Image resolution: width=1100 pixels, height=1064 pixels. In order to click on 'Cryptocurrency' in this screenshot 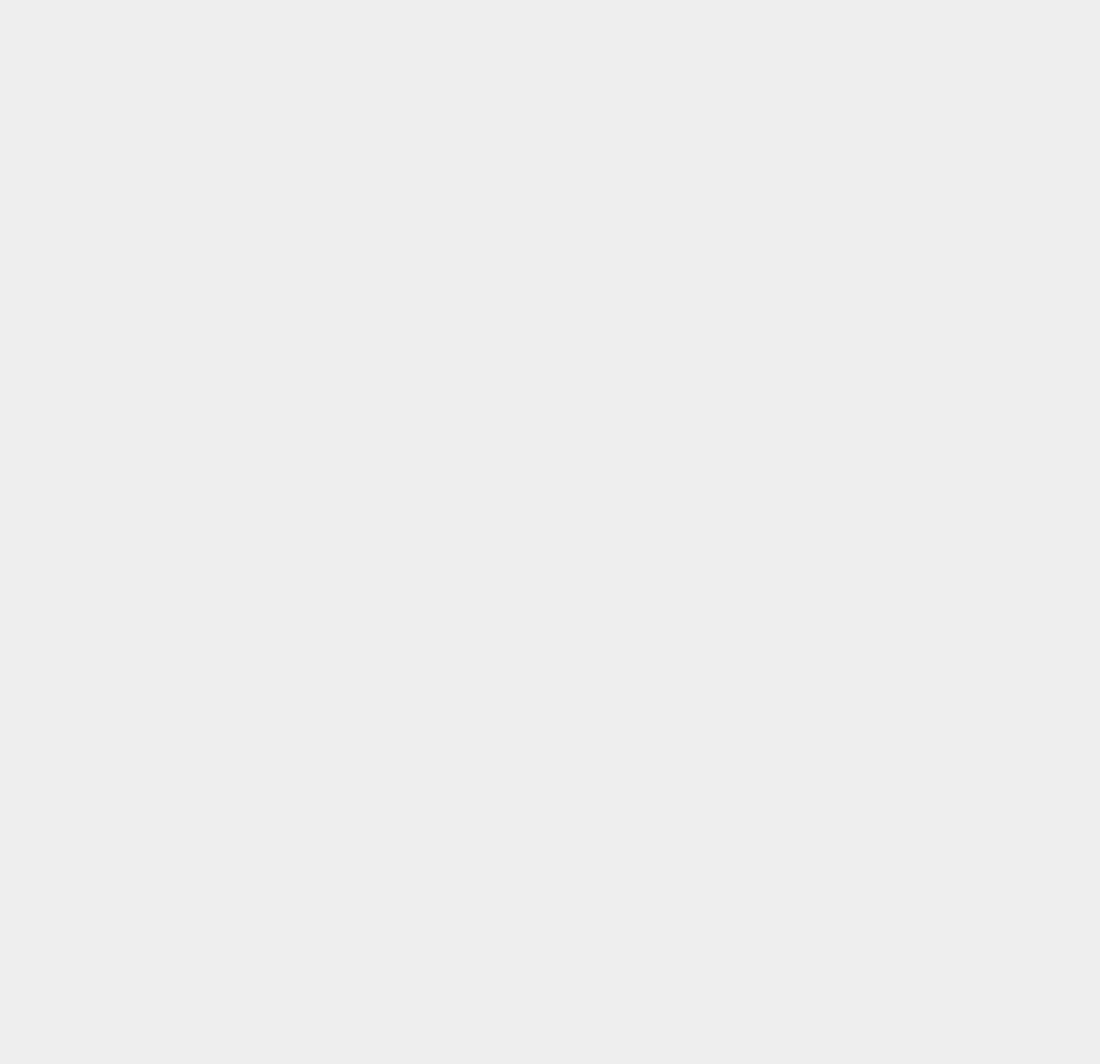, I will do `click(825, 556)`.